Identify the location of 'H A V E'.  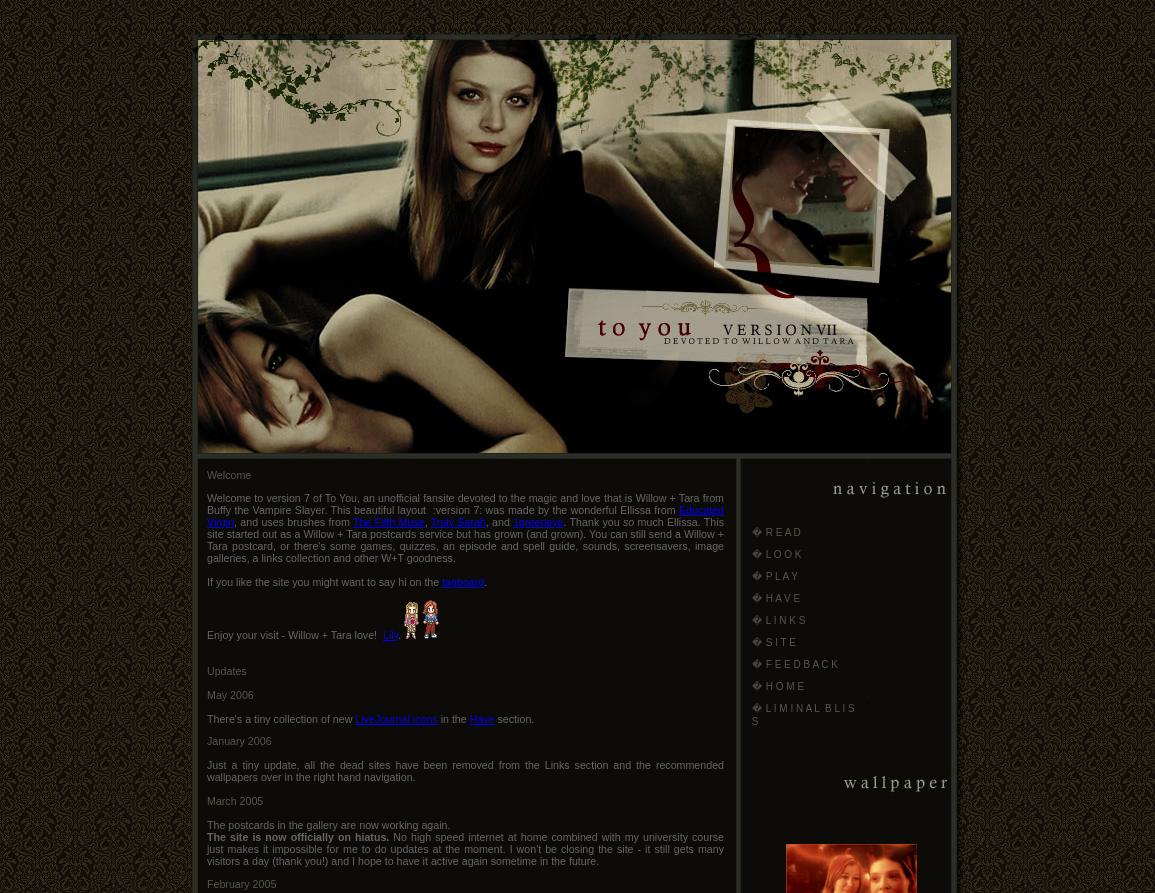
(782, 598).